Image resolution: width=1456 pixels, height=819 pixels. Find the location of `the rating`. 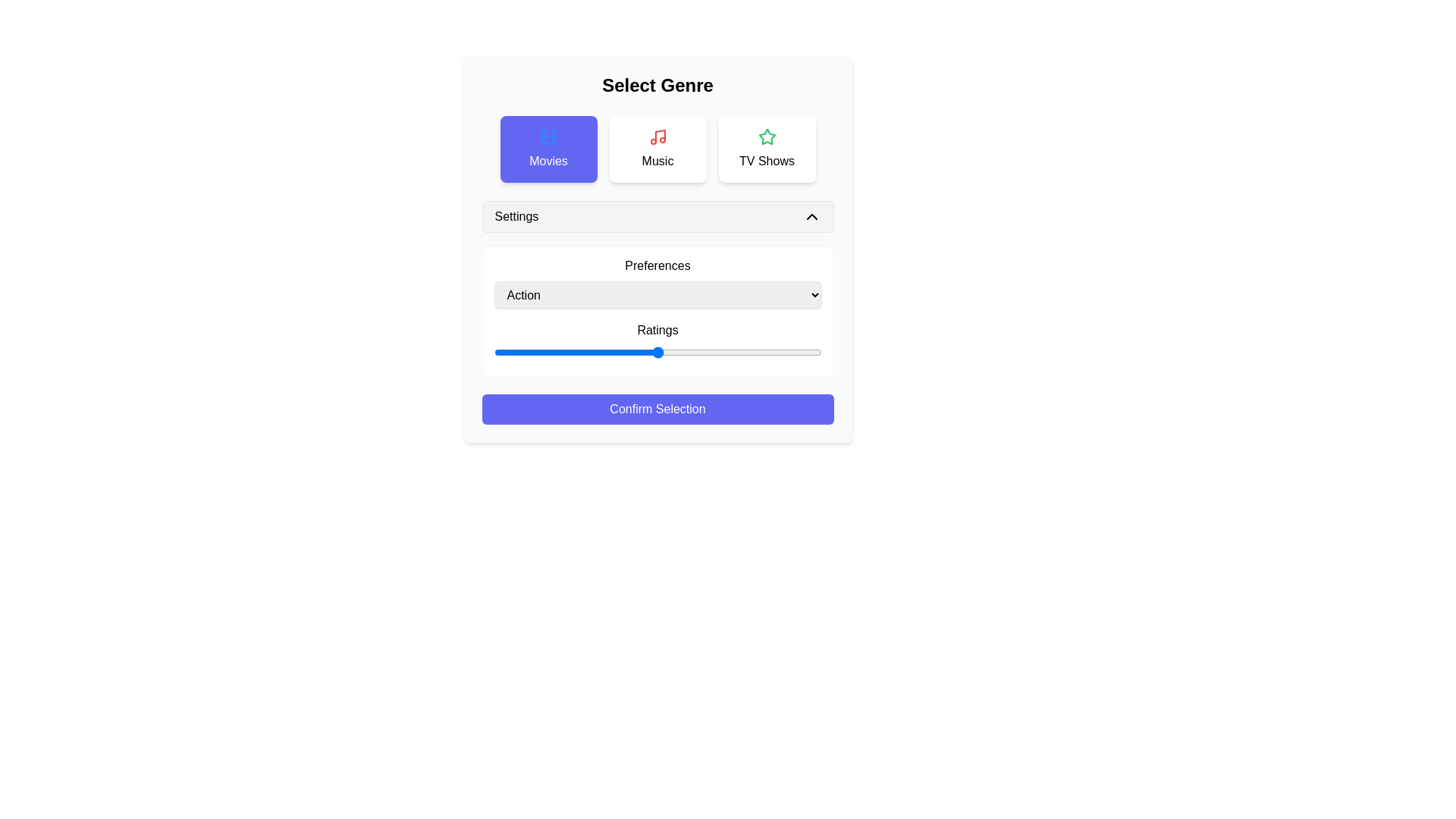

the rating is located at coordinates (709, 353).